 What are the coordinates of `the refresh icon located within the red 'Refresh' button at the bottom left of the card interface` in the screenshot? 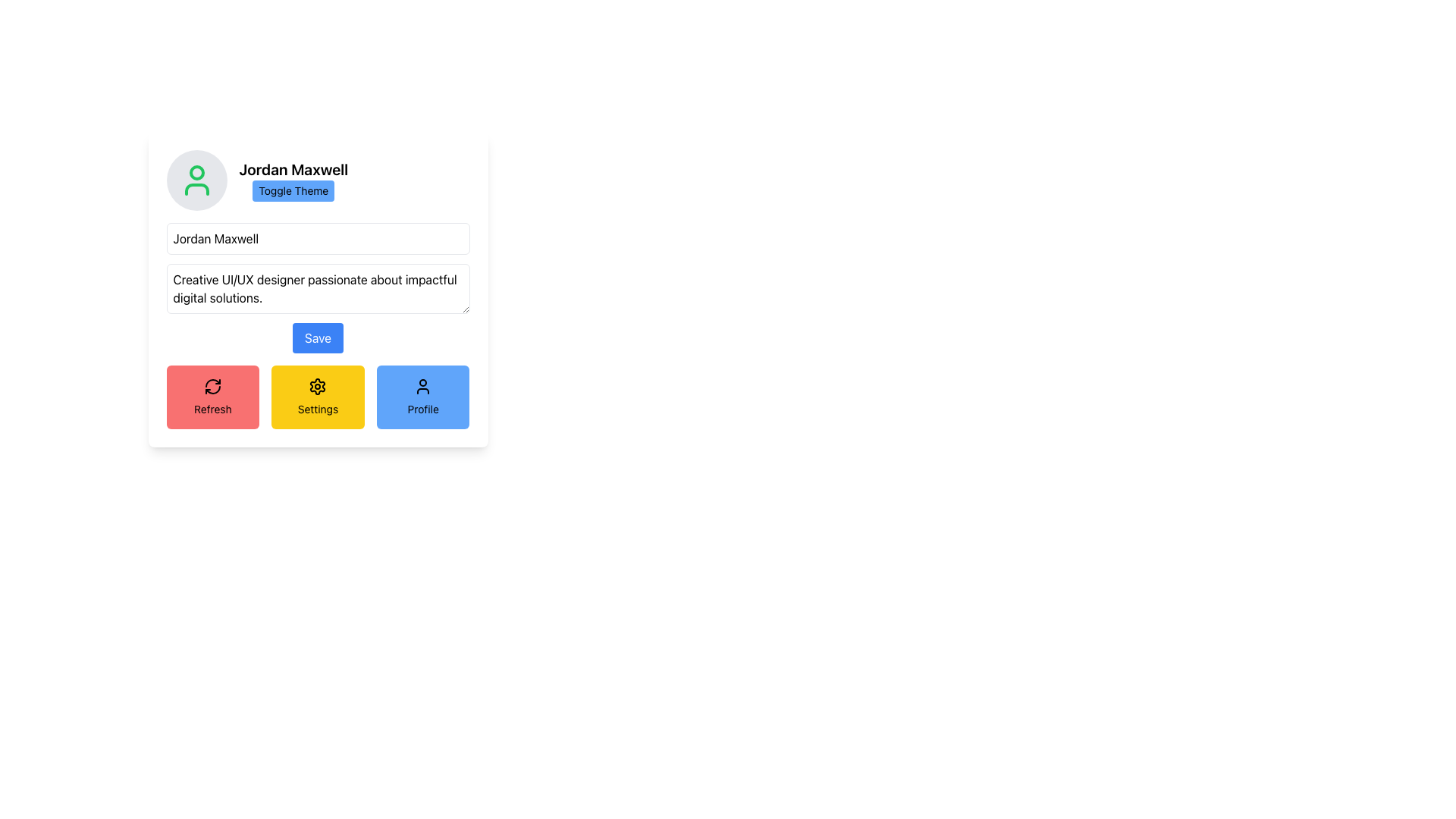 It's located at (212, 389).